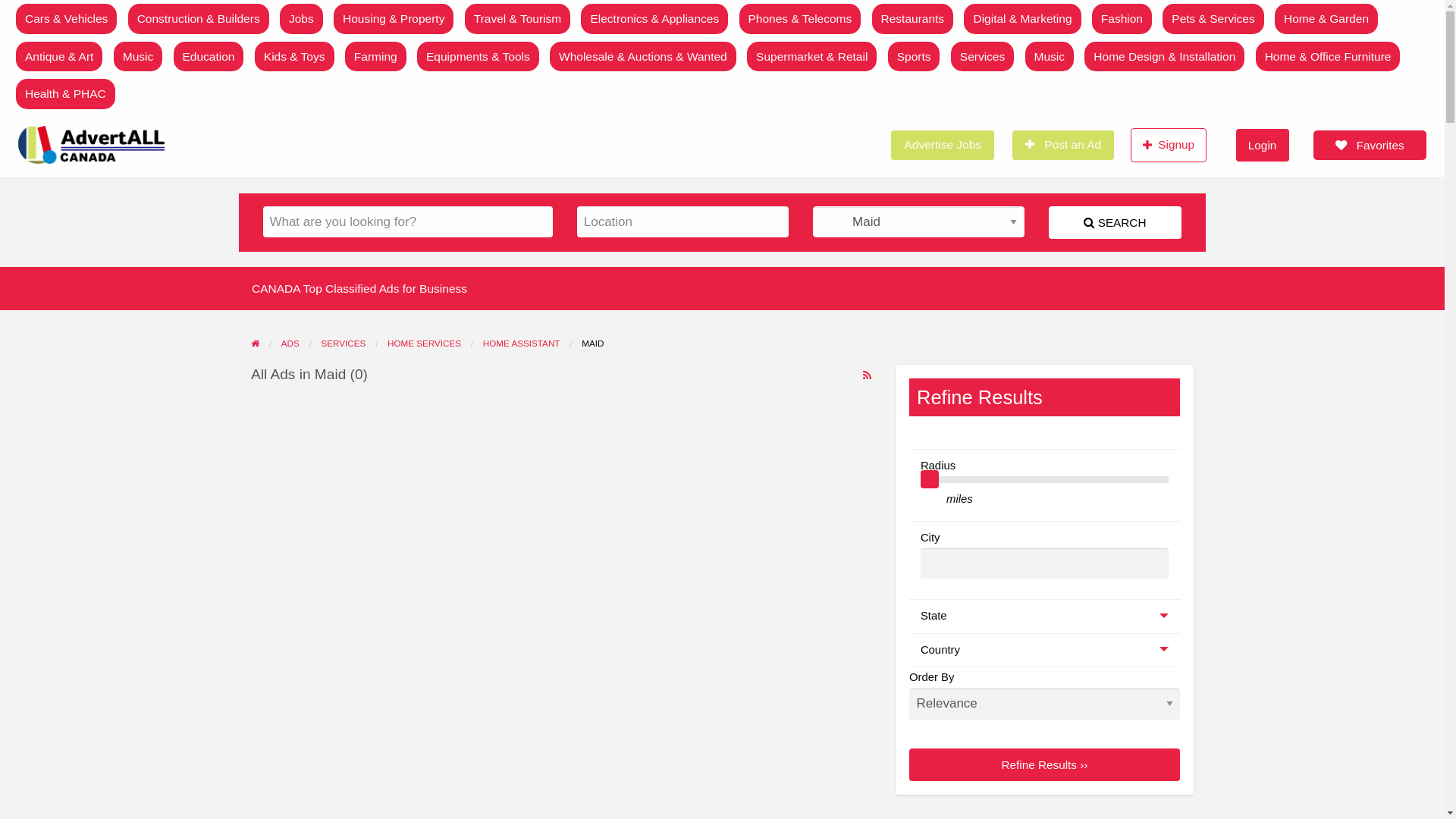  What do you see at coordinates (811, 55) in the screenshot?
I see `'Supermarket & Retail'` at bounding box center [811, 55].